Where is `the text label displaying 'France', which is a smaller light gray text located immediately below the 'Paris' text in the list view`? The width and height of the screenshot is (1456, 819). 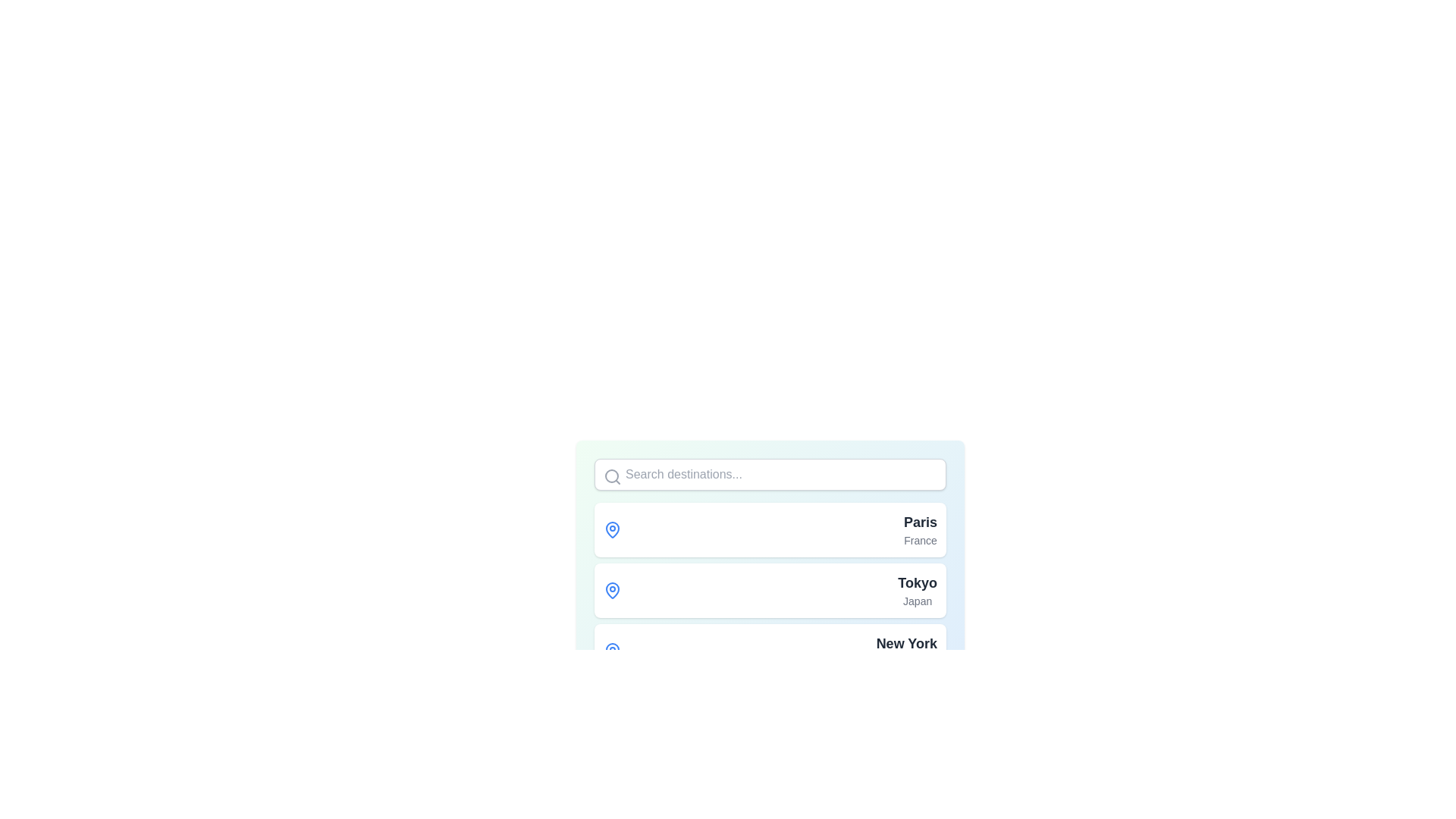
the text label displaying 'France', which is a smaller light gray text located immediately below the 'Paris' text in the list view is located at coordinates (920, 540).